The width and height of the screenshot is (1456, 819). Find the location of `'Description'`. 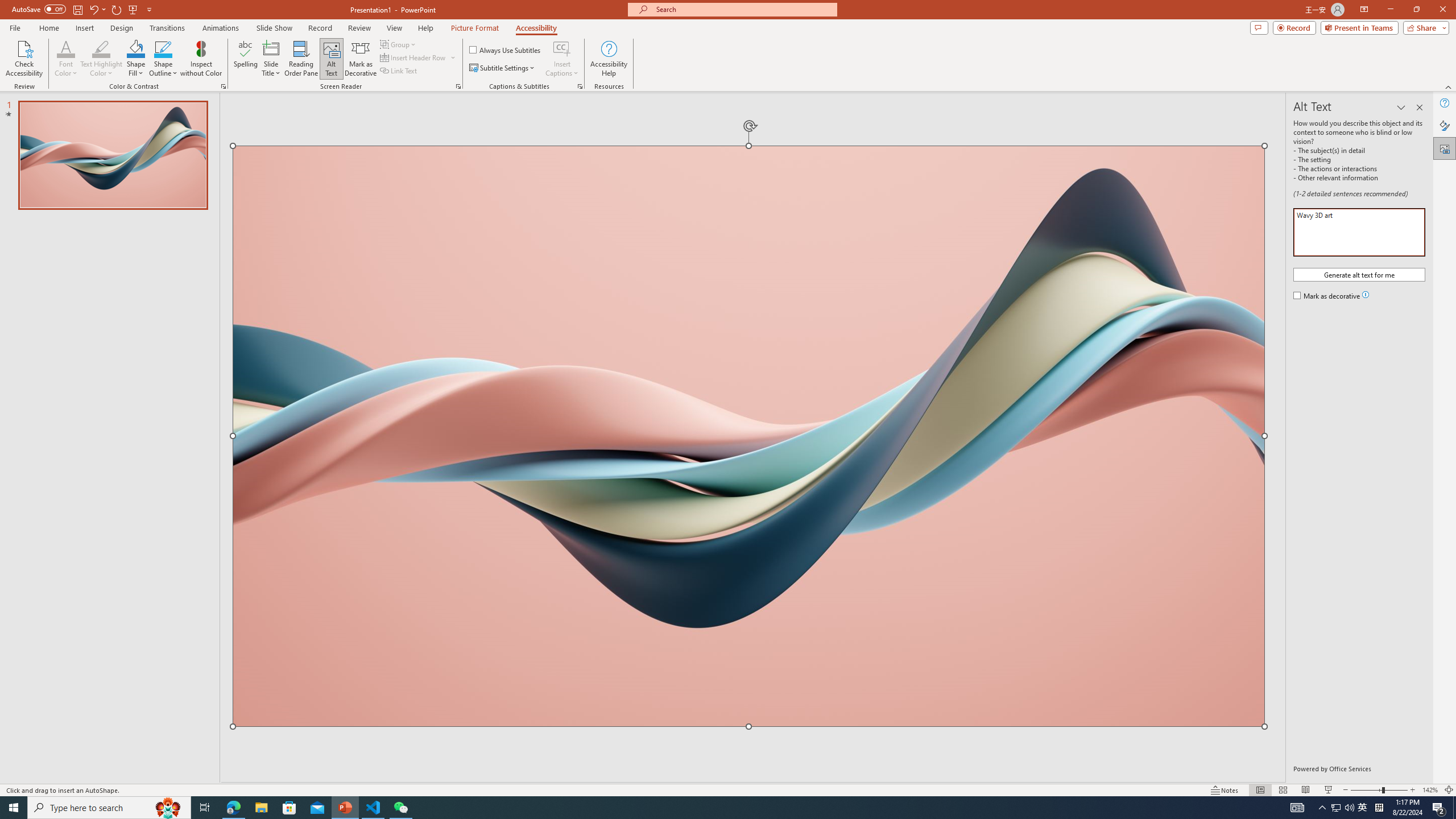

'Description' is located at coordinates (1358, 231).